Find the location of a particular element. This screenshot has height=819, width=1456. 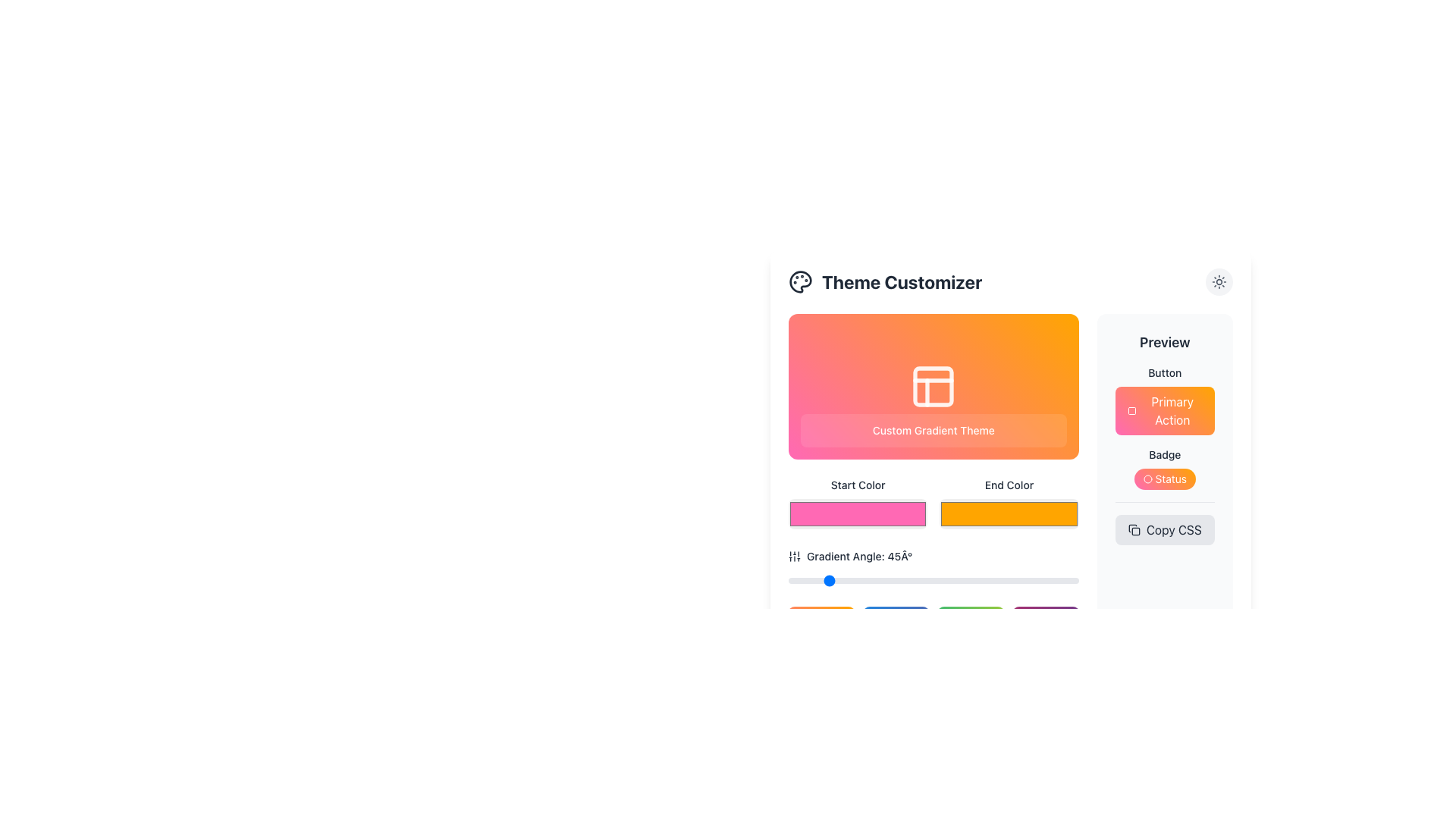

the button located in the 'Preview' section below the 'Status' badge is located at coordinates (1164, 522).